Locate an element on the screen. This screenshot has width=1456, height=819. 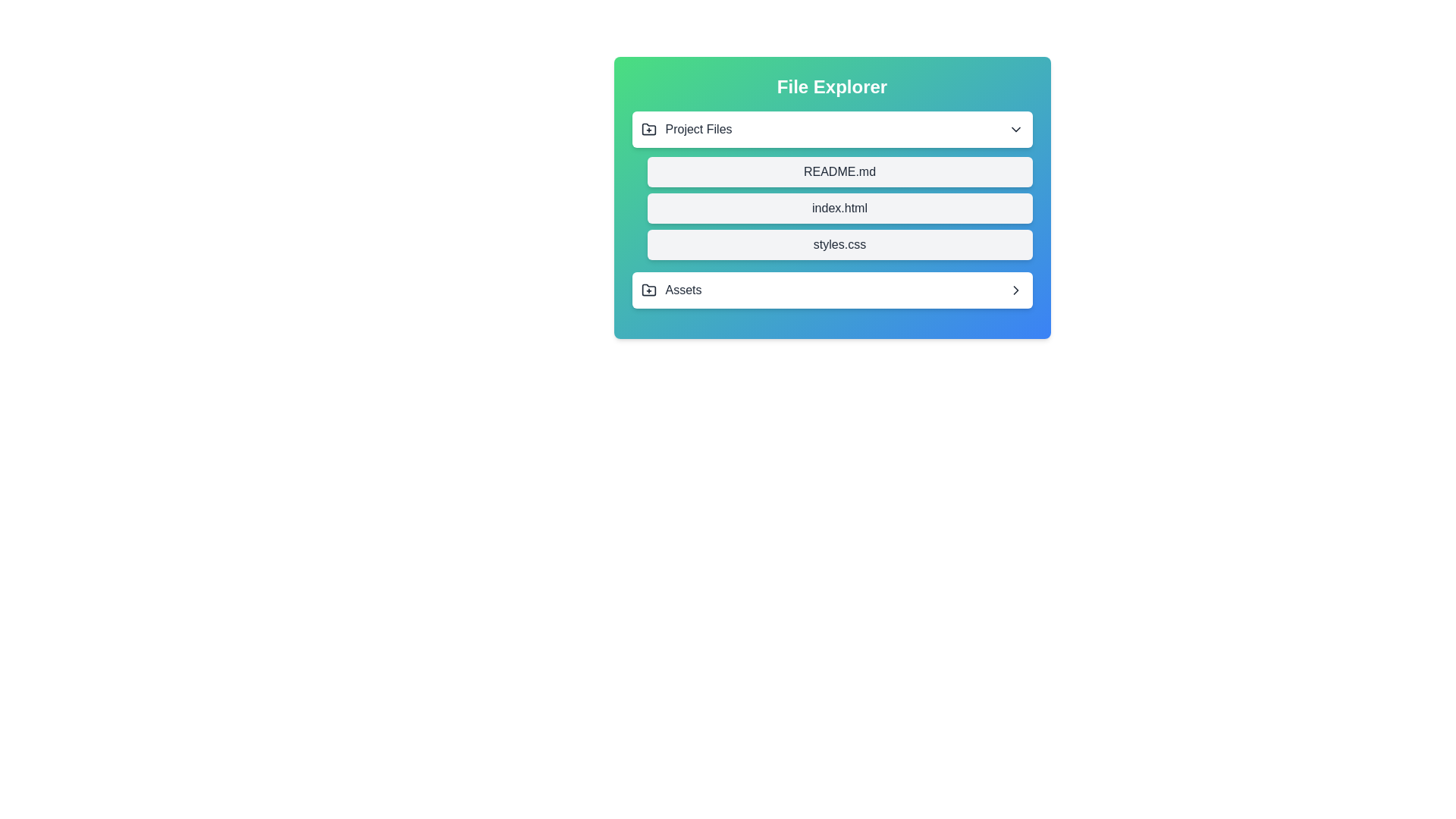
the Chevron-Right SVG Icon located at the far right of the 'Assets' section is located at coordinates (1015, 290).